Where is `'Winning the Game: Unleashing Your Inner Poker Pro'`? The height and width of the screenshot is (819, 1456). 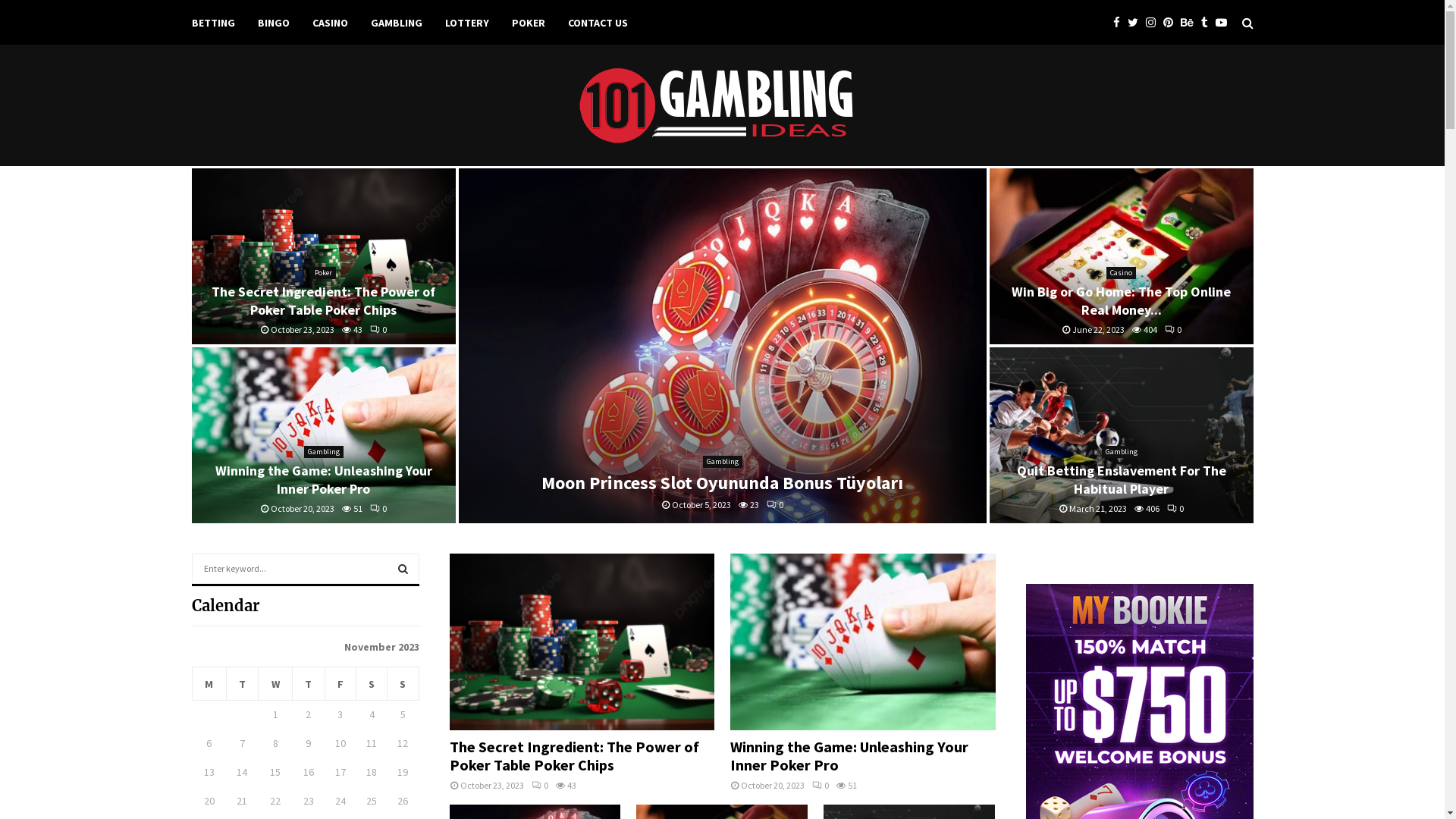 'Winning the Game: Unleashing Your Inner Poker Pro' is located at coordinates (323, 479).